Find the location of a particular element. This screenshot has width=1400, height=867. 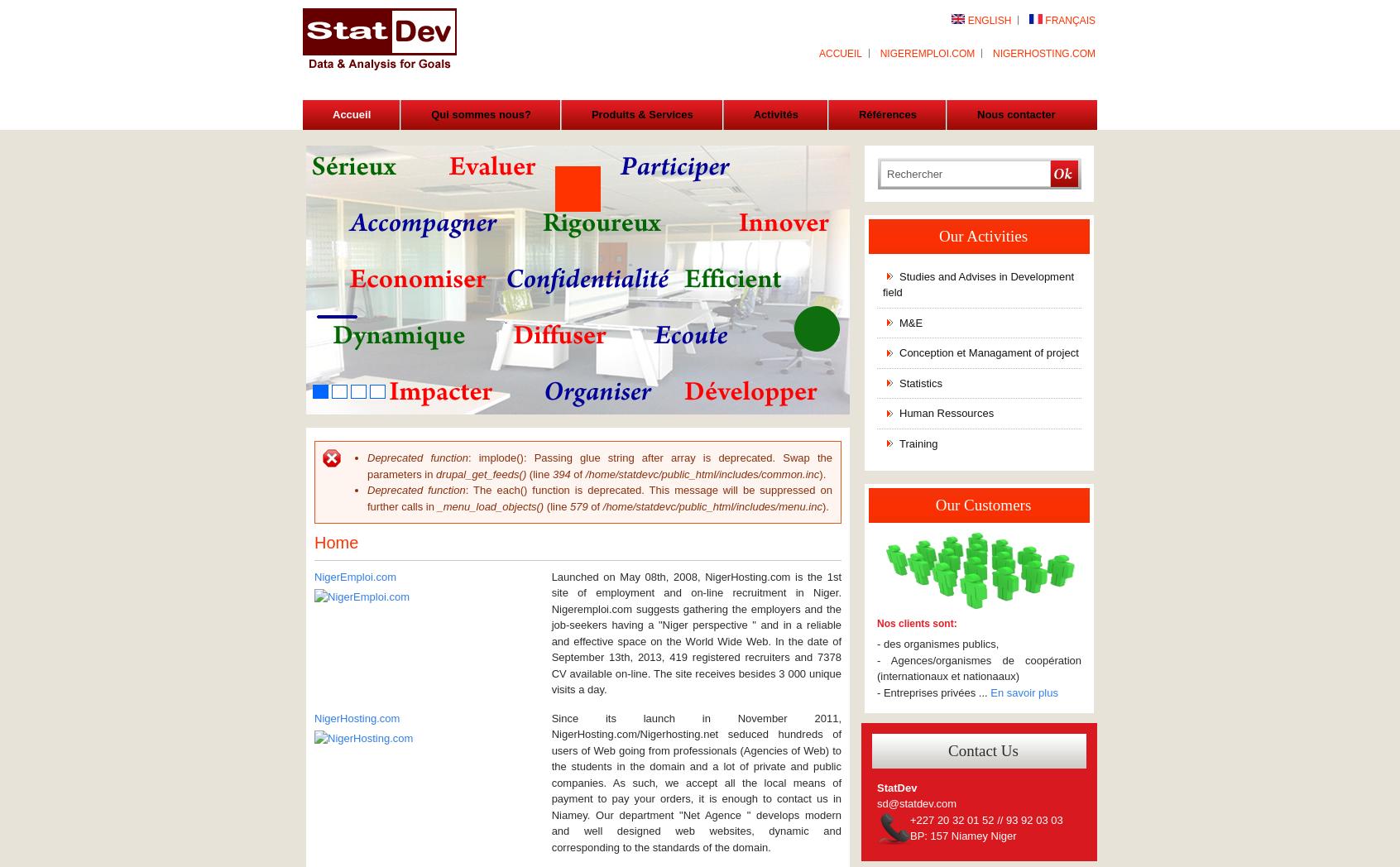

'Studies and Advises in Development field' is located at coordinates (882, 284).